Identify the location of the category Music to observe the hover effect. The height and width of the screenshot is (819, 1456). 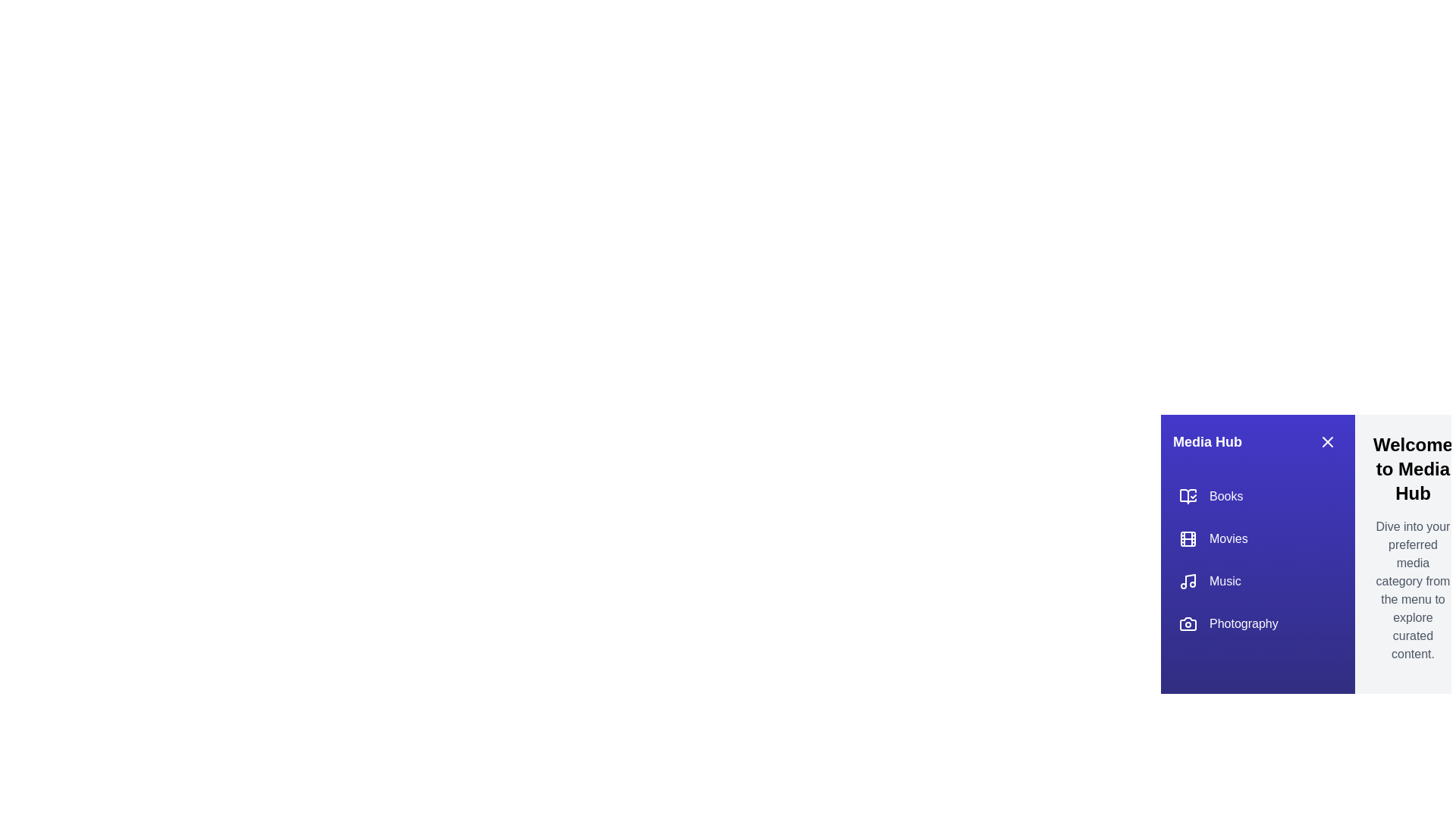
(1258, 581).